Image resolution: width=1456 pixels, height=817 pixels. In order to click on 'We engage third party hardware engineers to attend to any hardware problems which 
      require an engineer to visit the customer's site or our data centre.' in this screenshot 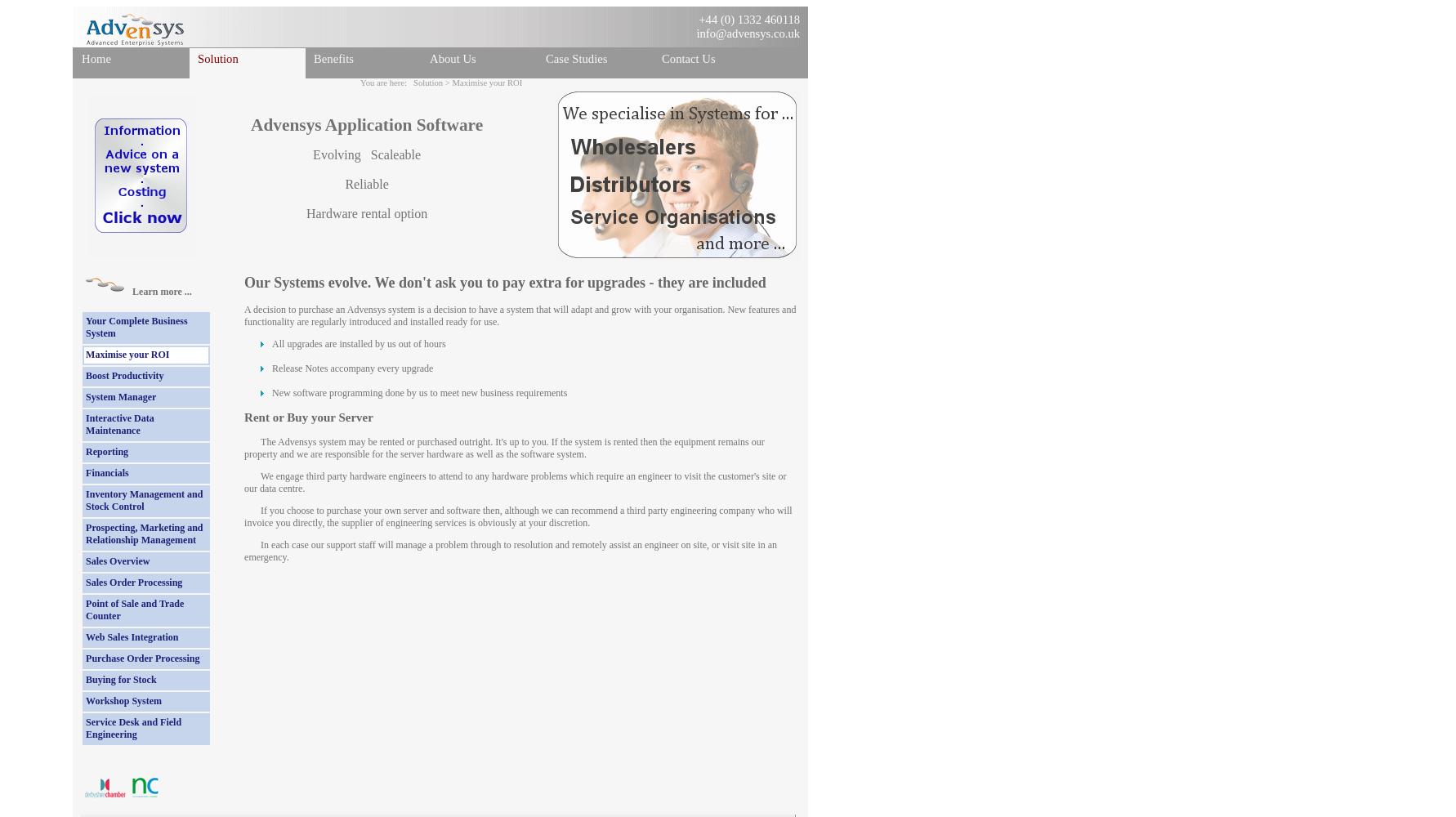, I will do `click(514, 480)`.